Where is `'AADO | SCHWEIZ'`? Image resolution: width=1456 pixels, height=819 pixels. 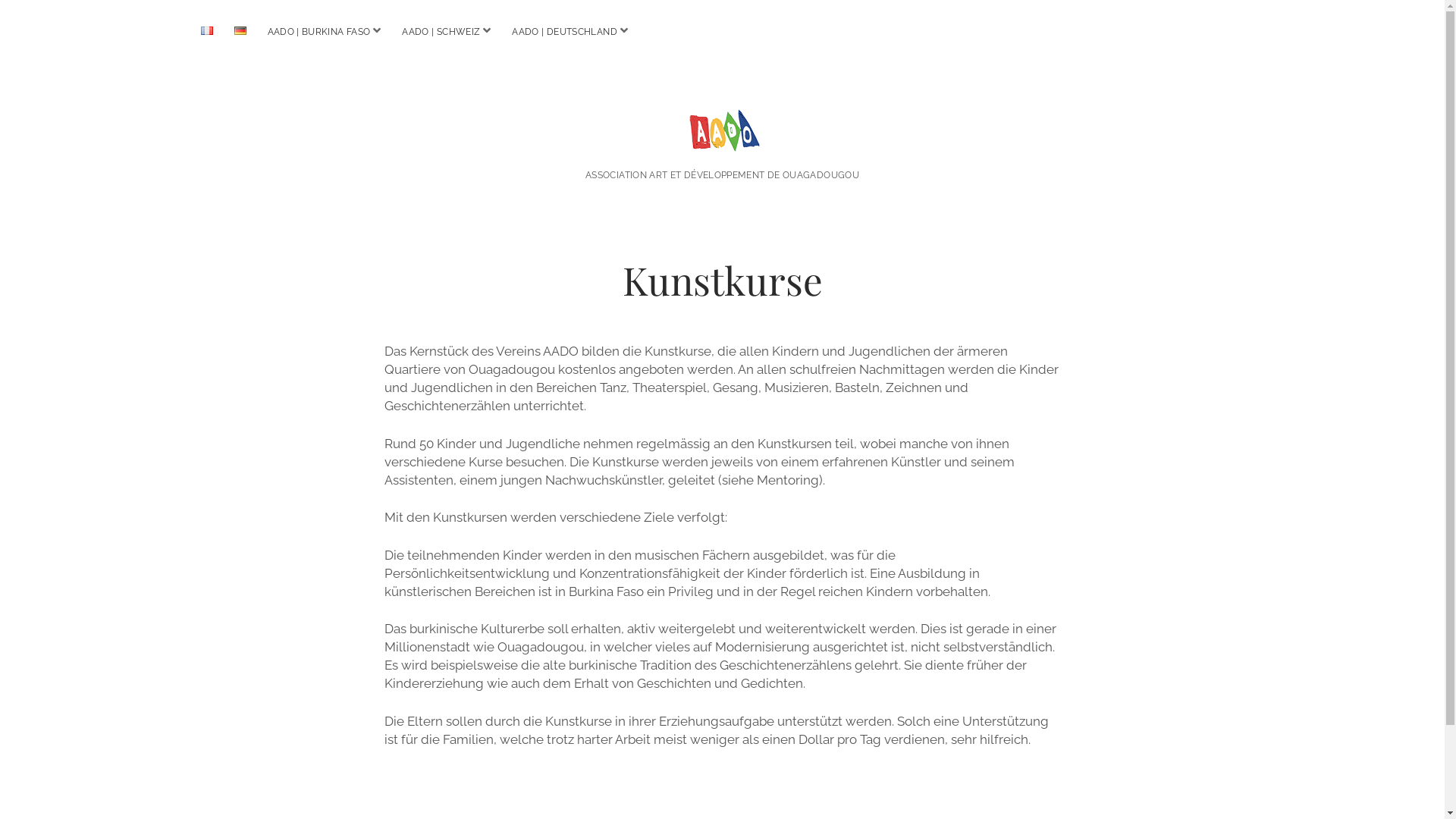 'AADO | SCHWEIZ' is located at coordinates (440, 32).